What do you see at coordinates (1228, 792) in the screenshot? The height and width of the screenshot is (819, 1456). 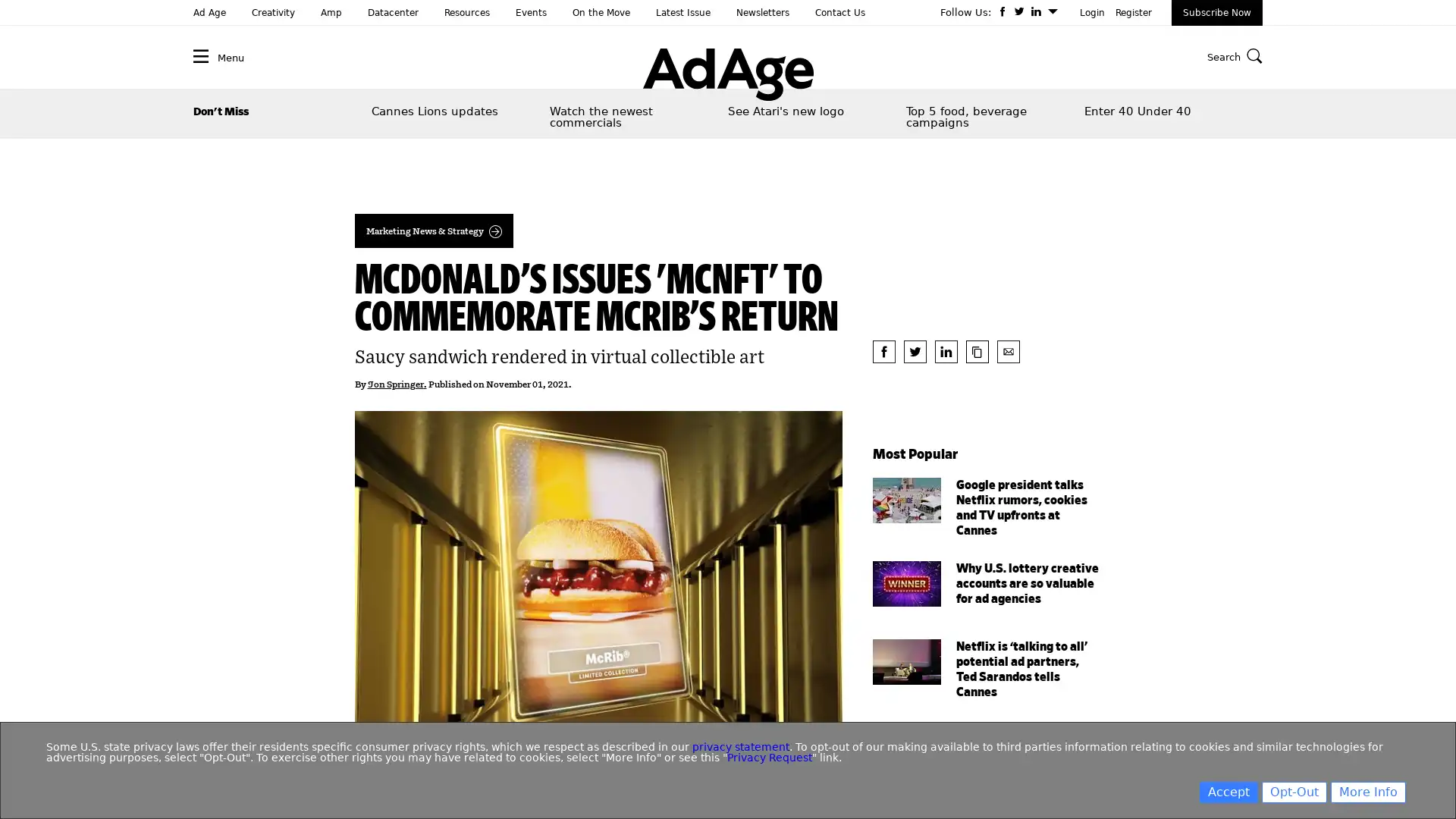 I see `Accept` at bounding box center [1228, 792].